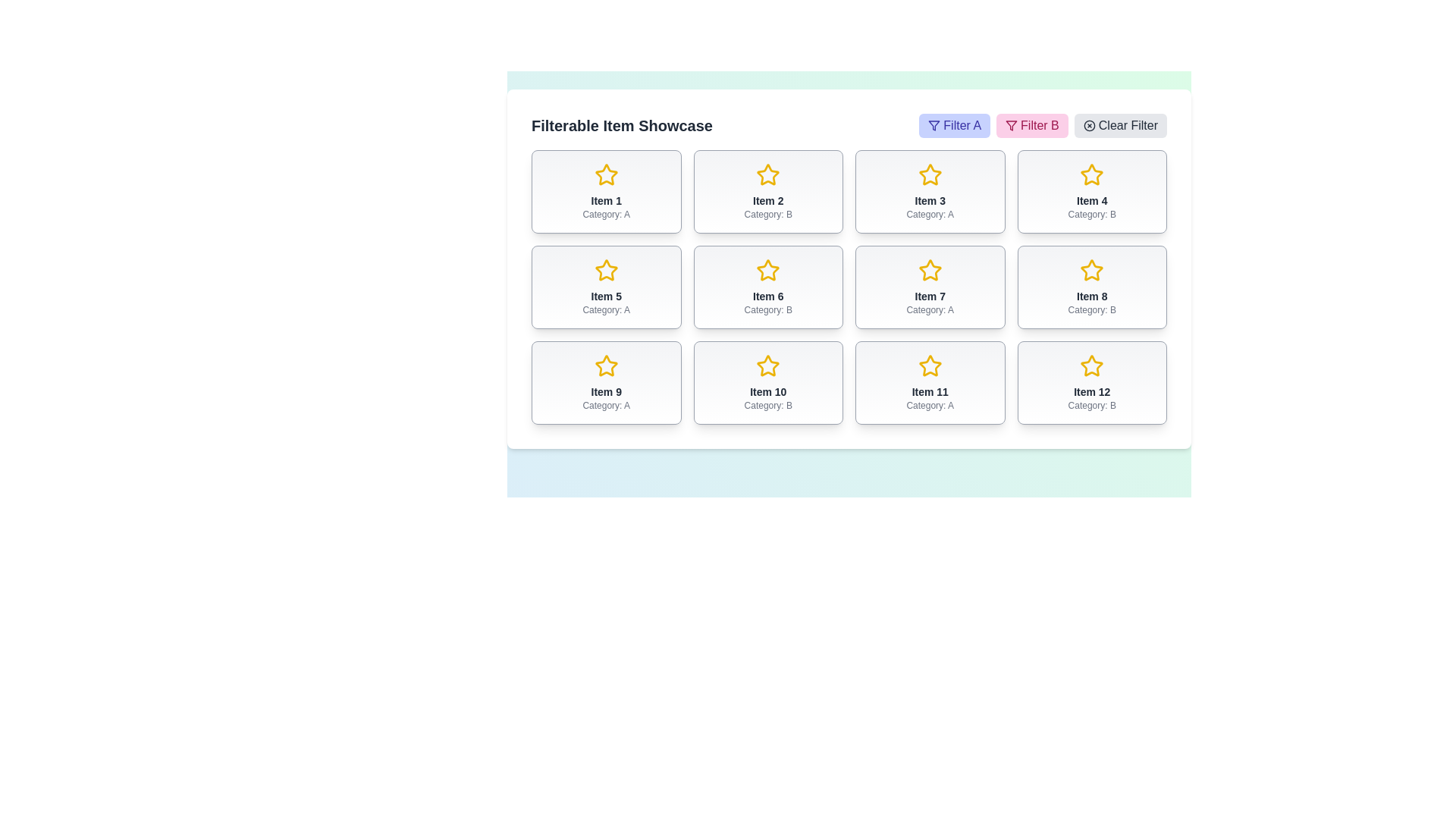  Describe the element at coordinates (1092, 366) in the screenshot. I see `the star icon in the third row and fourth column of the grid, representing a selection or rating mechanism, to interact with it` at that location.